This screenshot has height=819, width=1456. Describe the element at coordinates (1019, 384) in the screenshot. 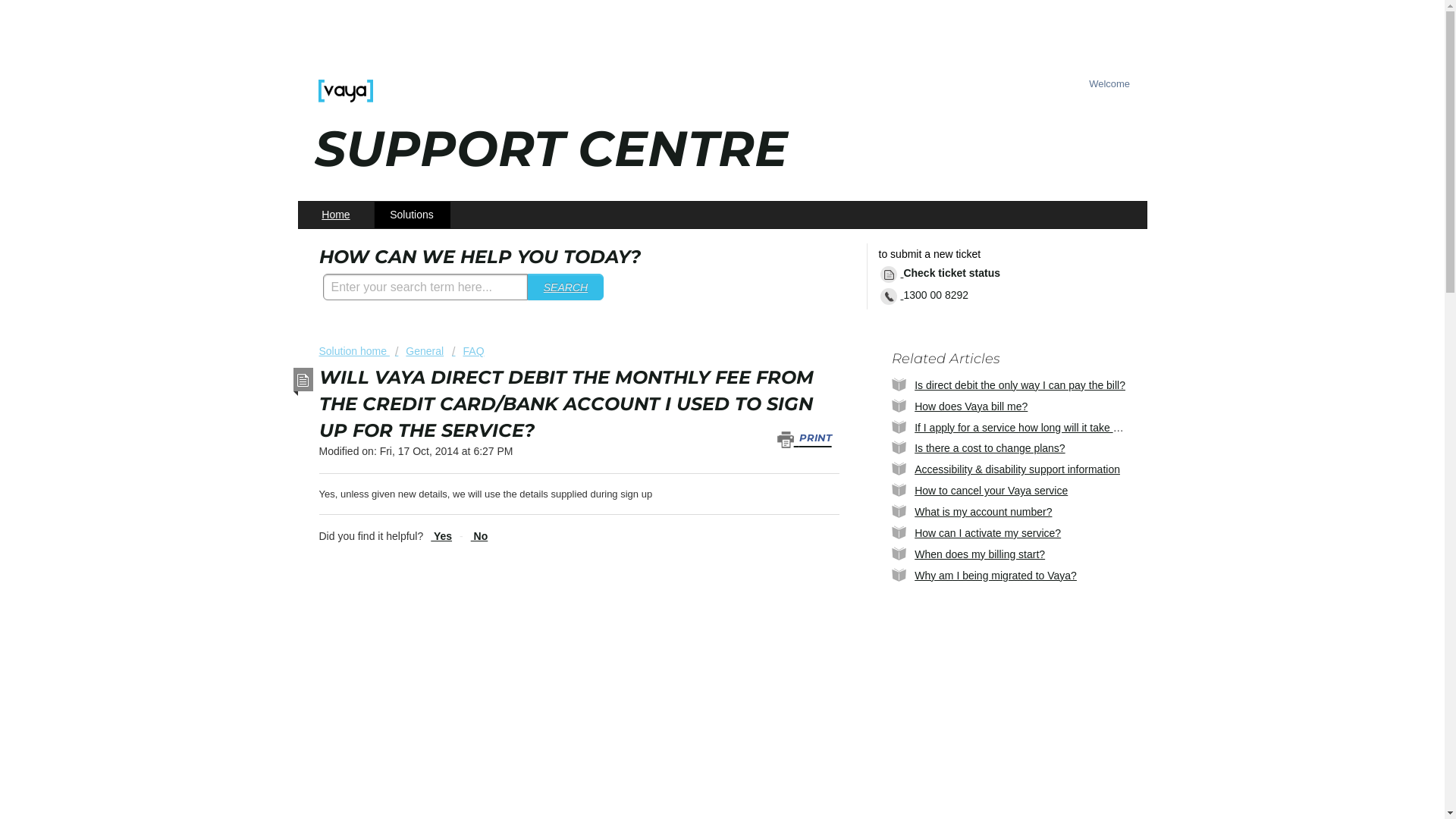

I see `'Is direct debit the only way I can pay the bill?'` at that location.